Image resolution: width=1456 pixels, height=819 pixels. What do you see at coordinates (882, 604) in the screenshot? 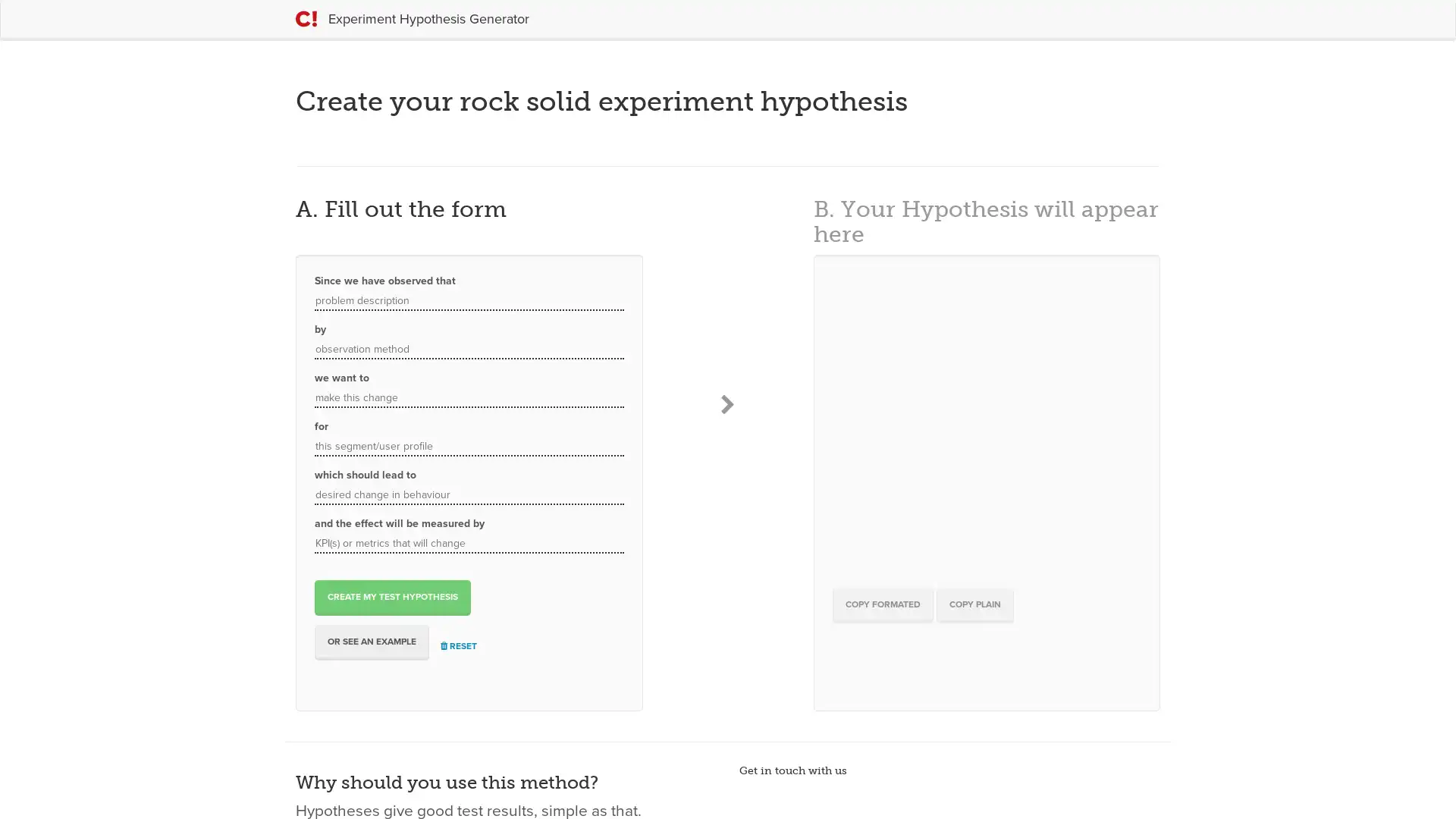
I see `COPY FORMATED` at bounding box center [882, 604].